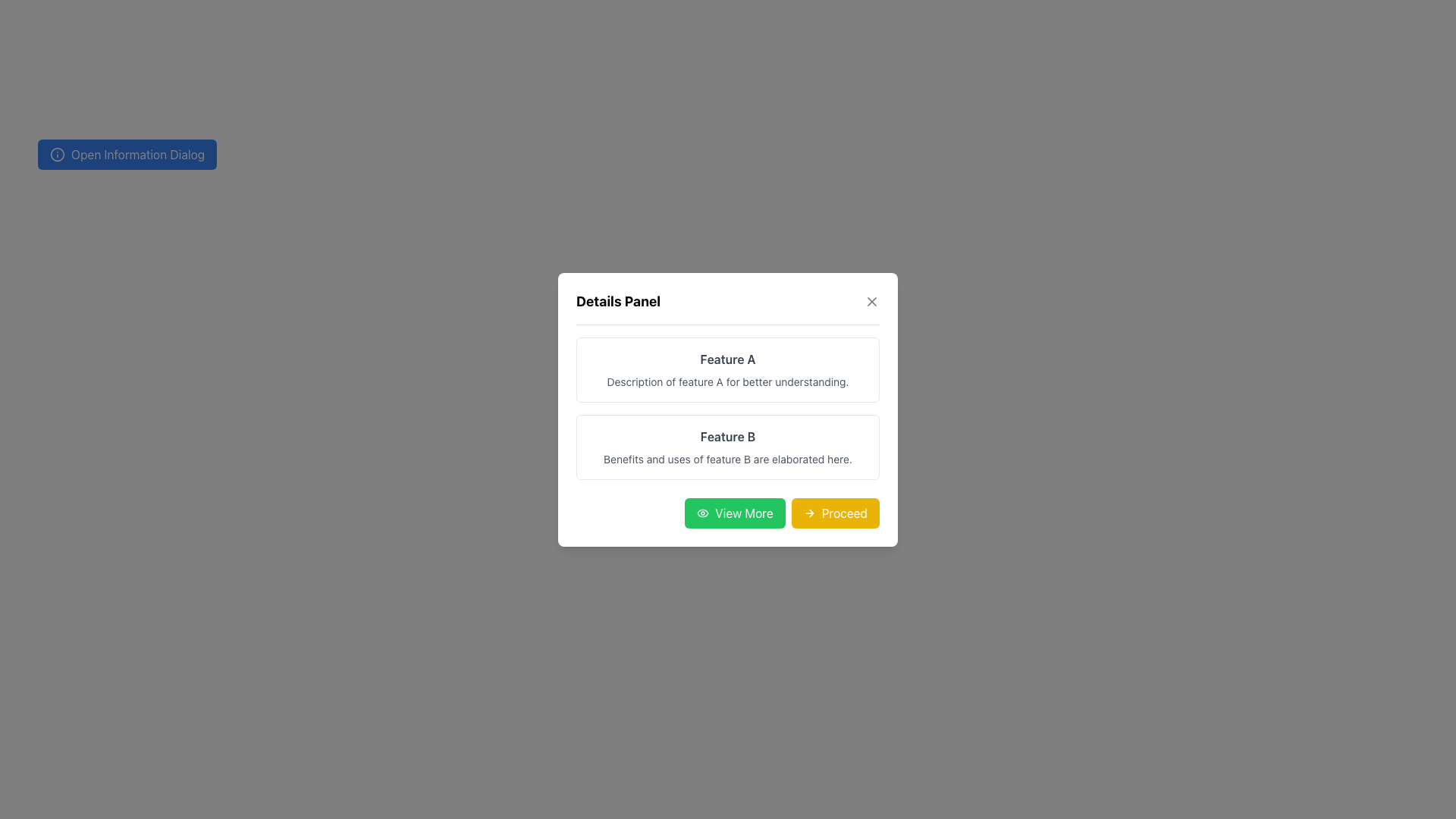  What do you see at coordinates (728, 359) in the screenshot?
I see `the Text Label that serves as a title heading for the section describing a feature, located at the upper part of the 'Details Panel' modal` at bounding box center [728, 359].